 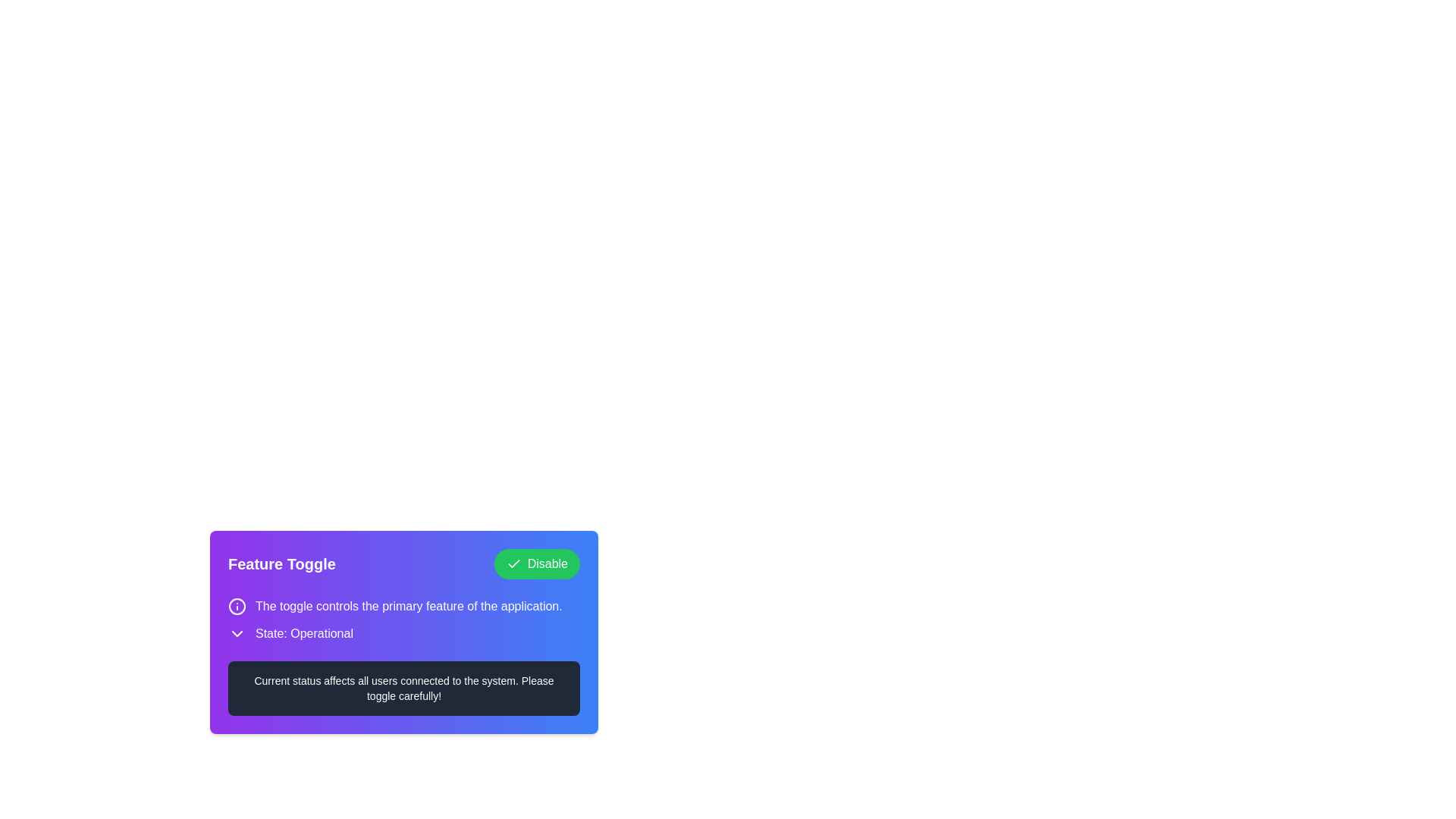 What do you see at coordinates (236, 634) in the screenshot?
I see `the Dropdown indicator icon (chevron) located in the 'State: Operational' section` at bounding box center [236, 634].